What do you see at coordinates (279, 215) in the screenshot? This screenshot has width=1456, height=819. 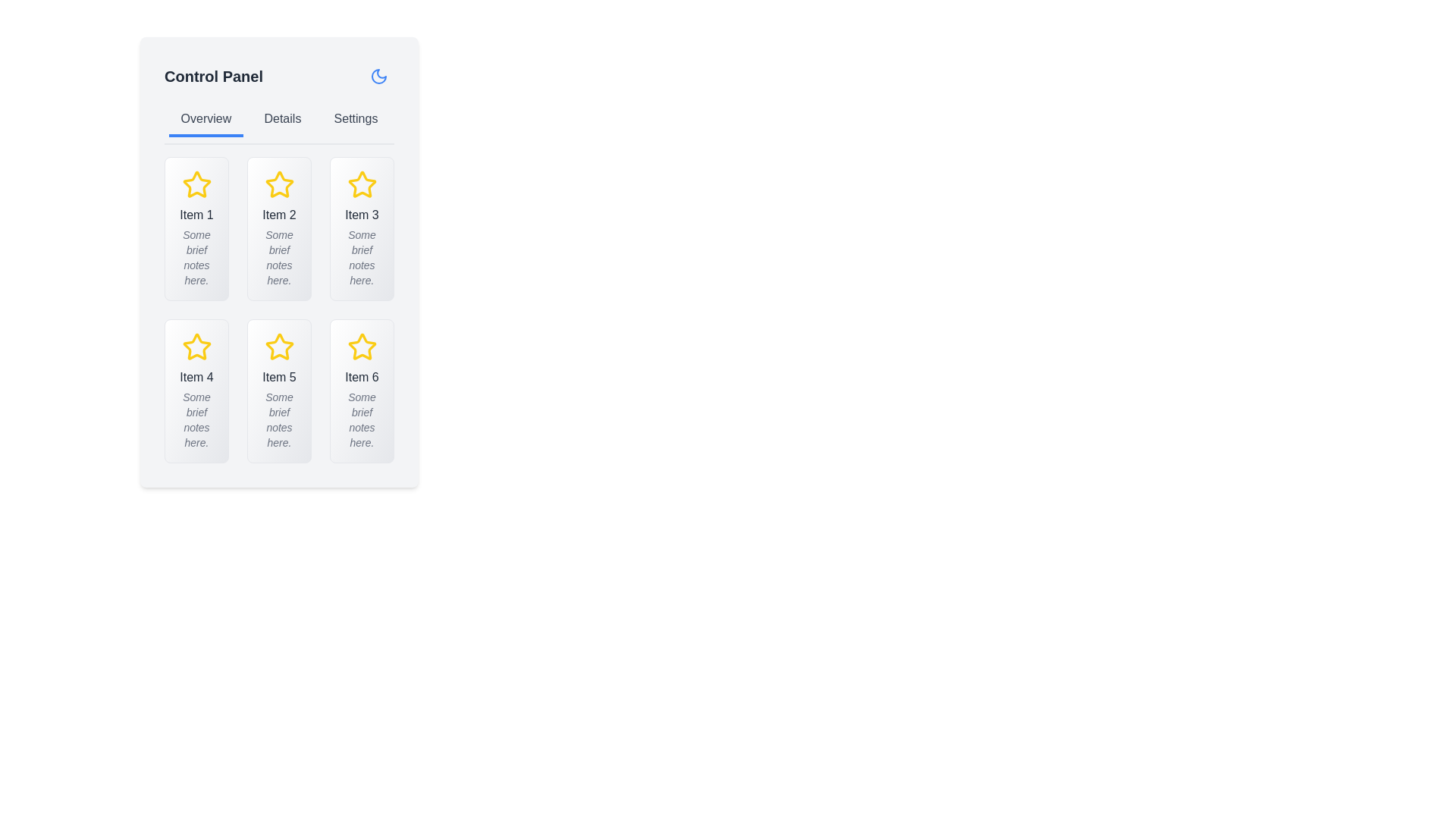 I see `text content of the static label displaying 'Item 2', which is the second text label in a vertically aligned column within a six-card grid, located in the second card of the upper row` at bounding box center [279, 215].